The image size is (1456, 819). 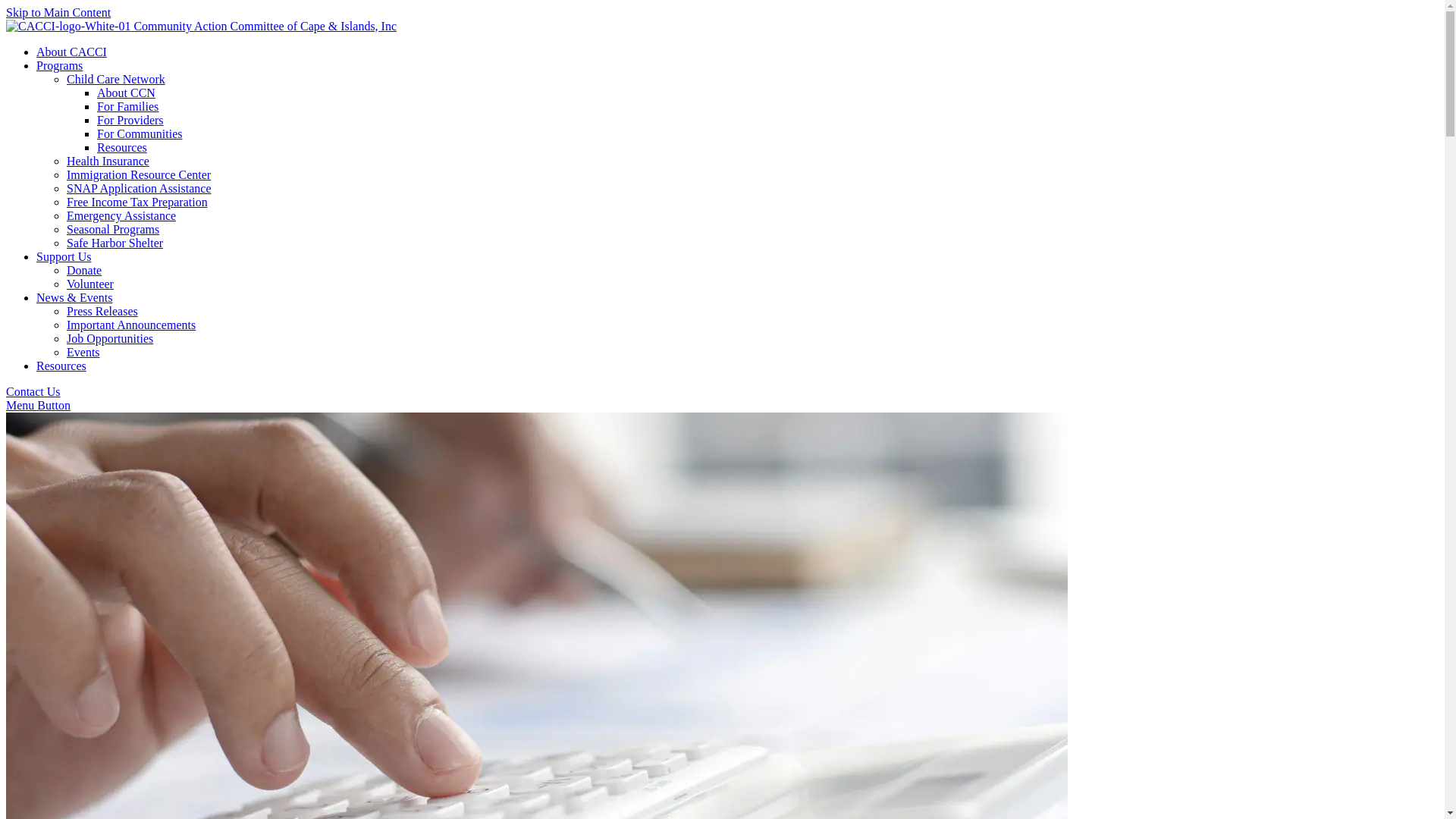 What do you see at coordinates (138, 174) in the screenshot?
I see `'Immigration Resource Center'` at bounding box center [138, 174].